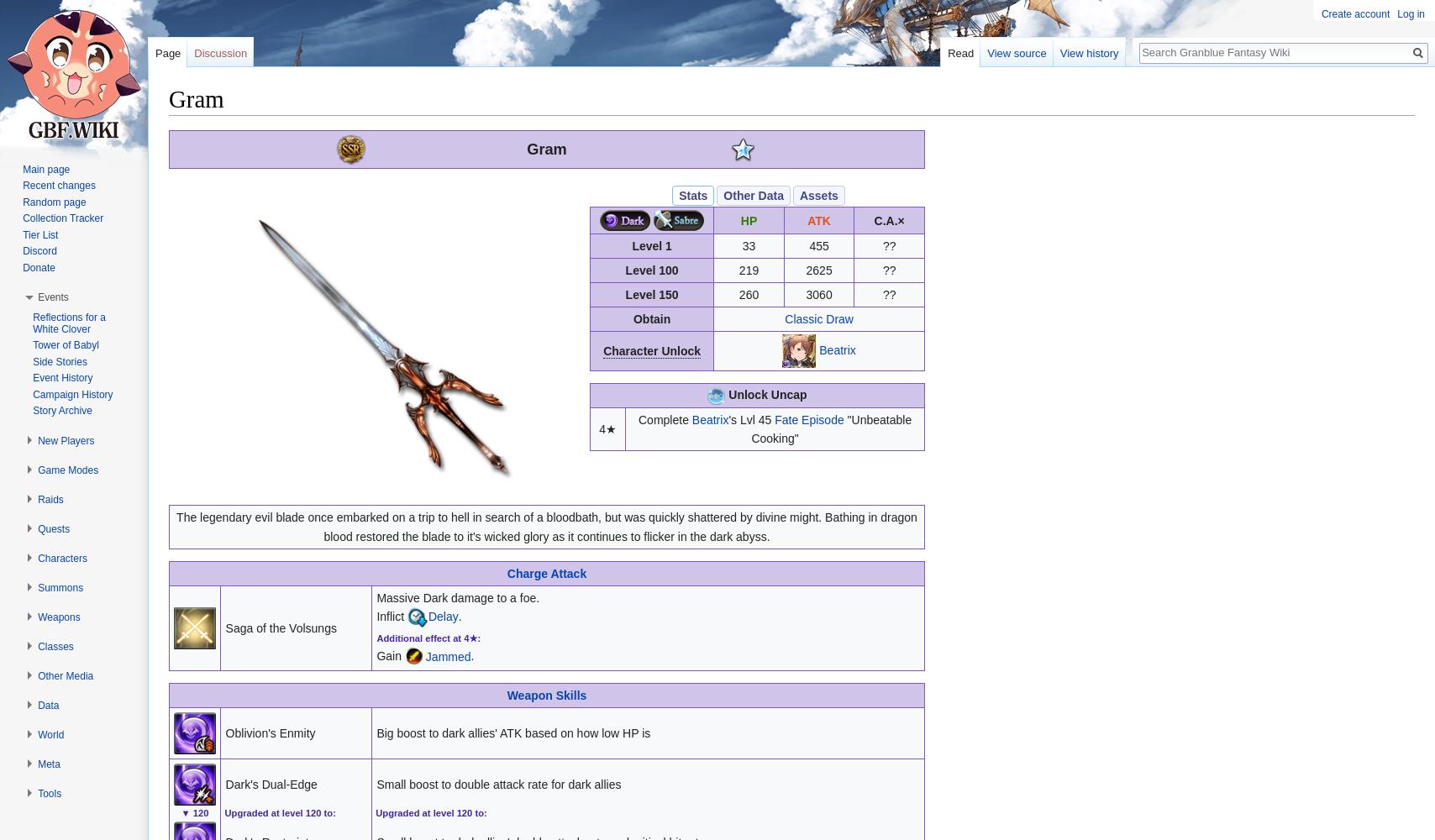 This screenshot has width=1435, height=840. What do you see at coordinates (749, 245) in the screenshot?
I see `'33'` at bounding box center [749, 245].